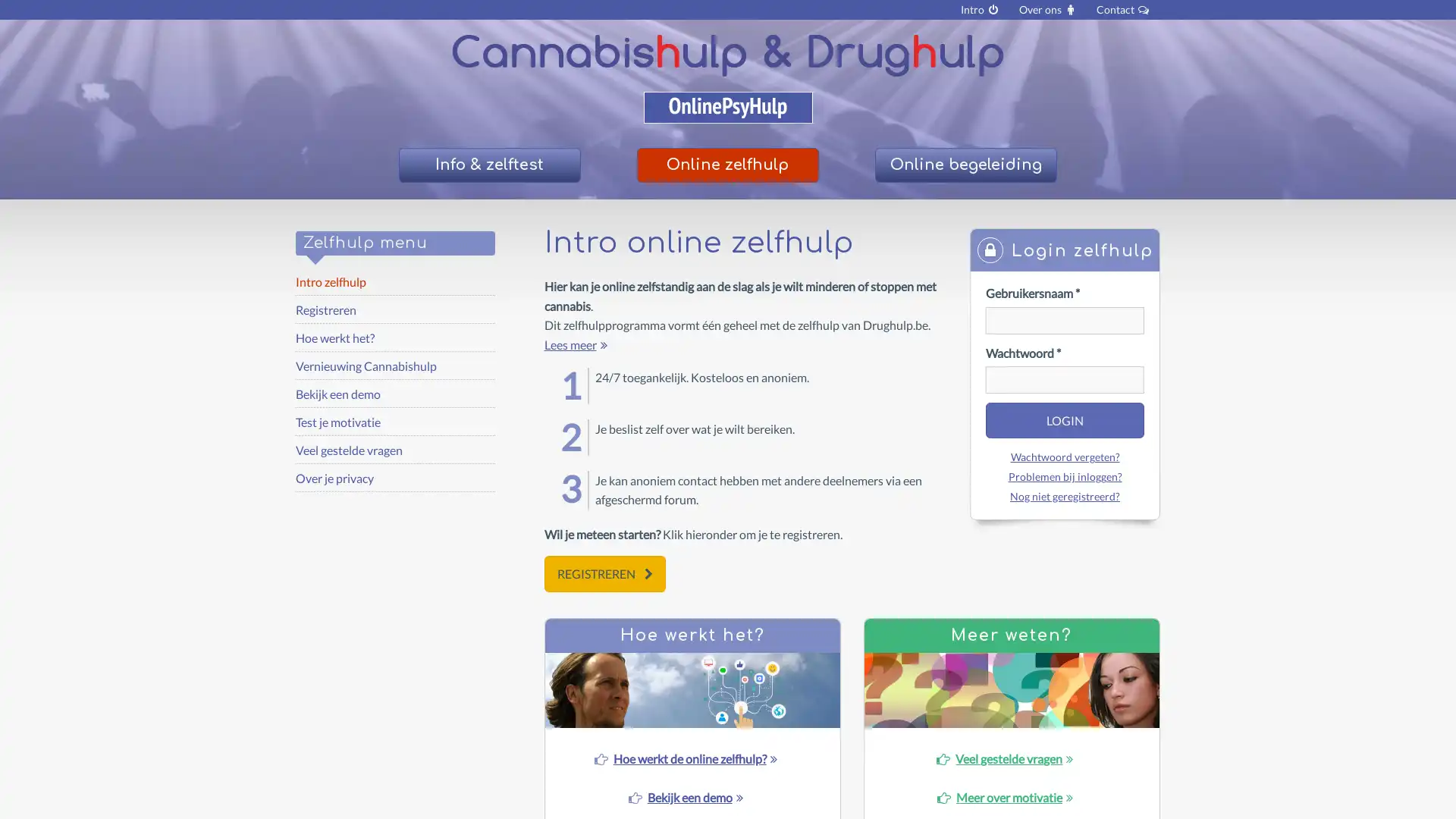  What do you see at coordinates (964, 166) in the screenshot?
I see `Online begeleiding` at bounding box center [964, 166].